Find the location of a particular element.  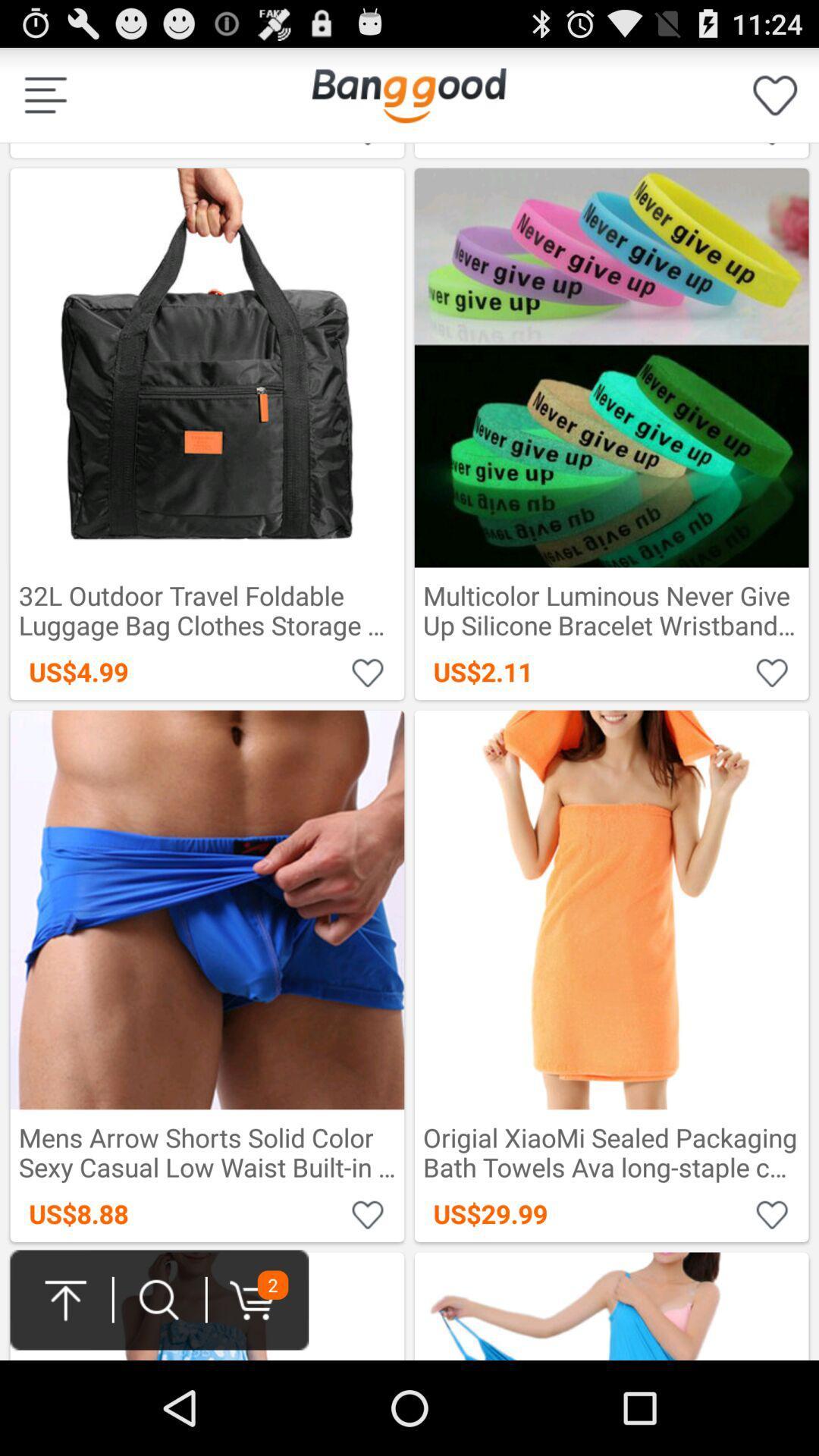

mens arrow shorts is located at coordinates (368, 1213).